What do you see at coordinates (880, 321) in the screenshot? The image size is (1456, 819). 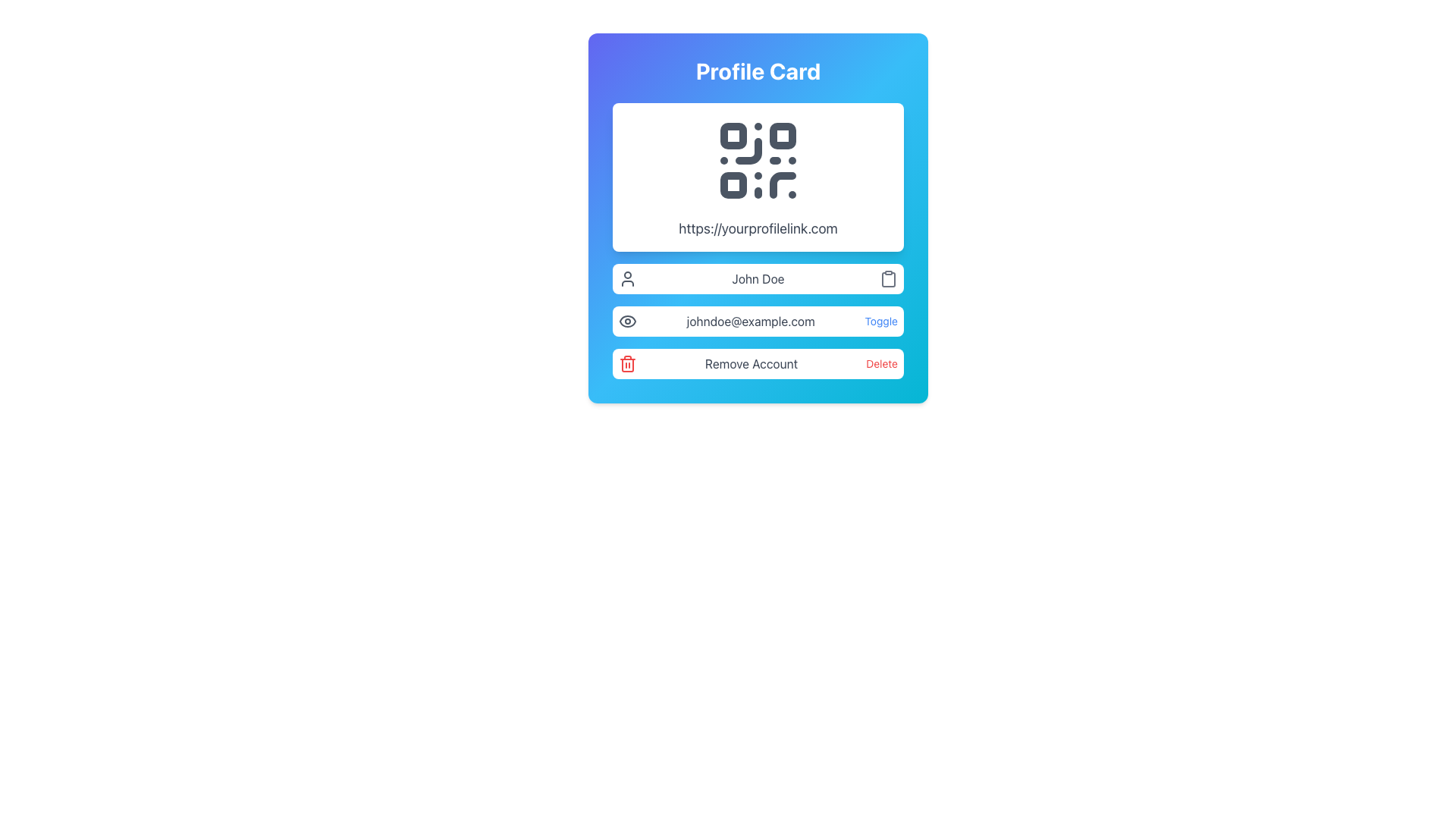 I see `the text button or label that toggles the feature associated with the email address 'johndoe@example.com'` at bounding box center [880, 321].